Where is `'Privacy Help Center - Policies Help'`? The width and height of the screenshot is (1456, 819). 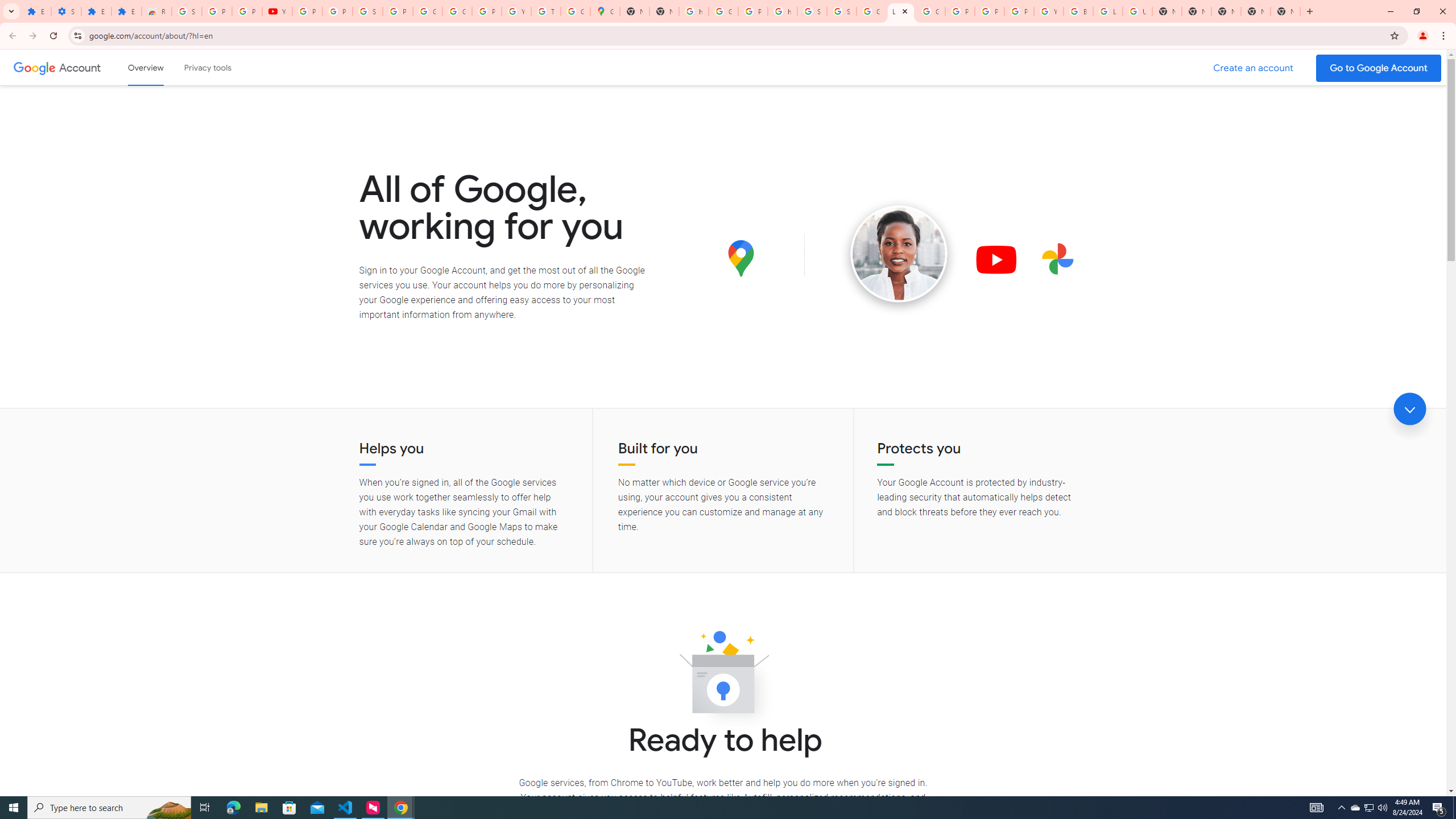
'Privacy Help Center - Policies Help' is located at coordinates (959, 11).